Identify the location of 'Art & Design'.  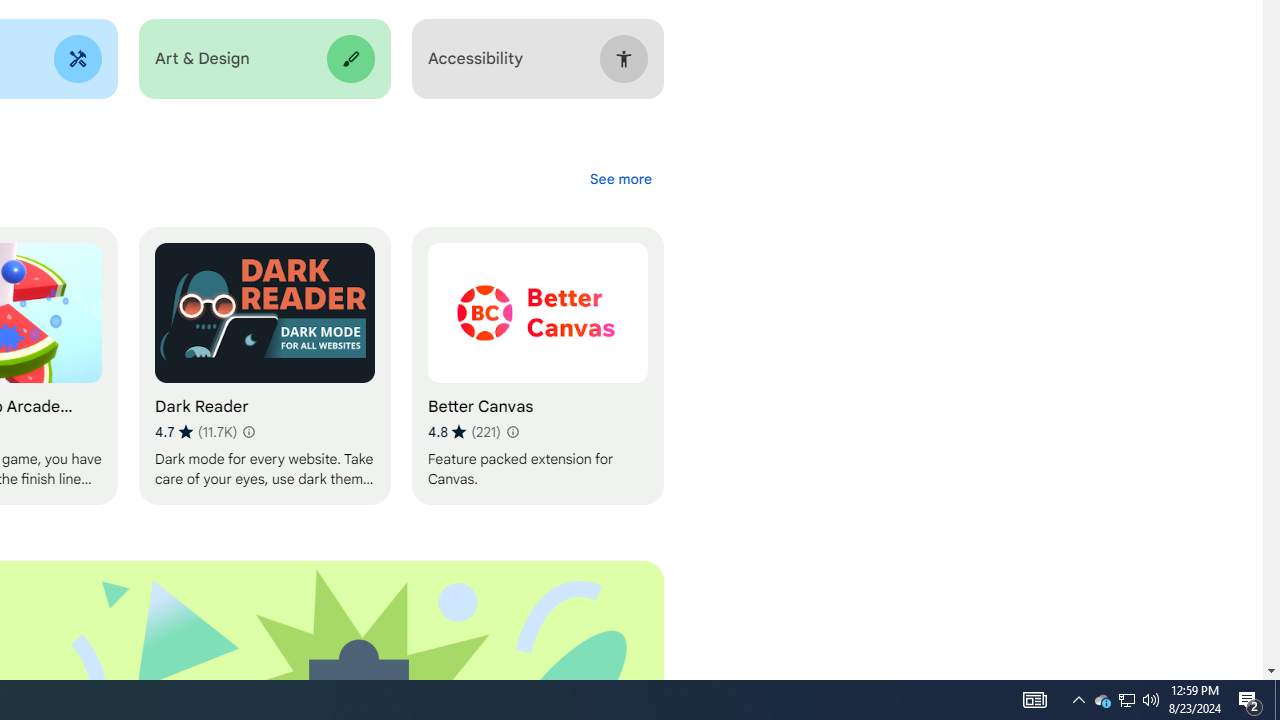
(263, 58).